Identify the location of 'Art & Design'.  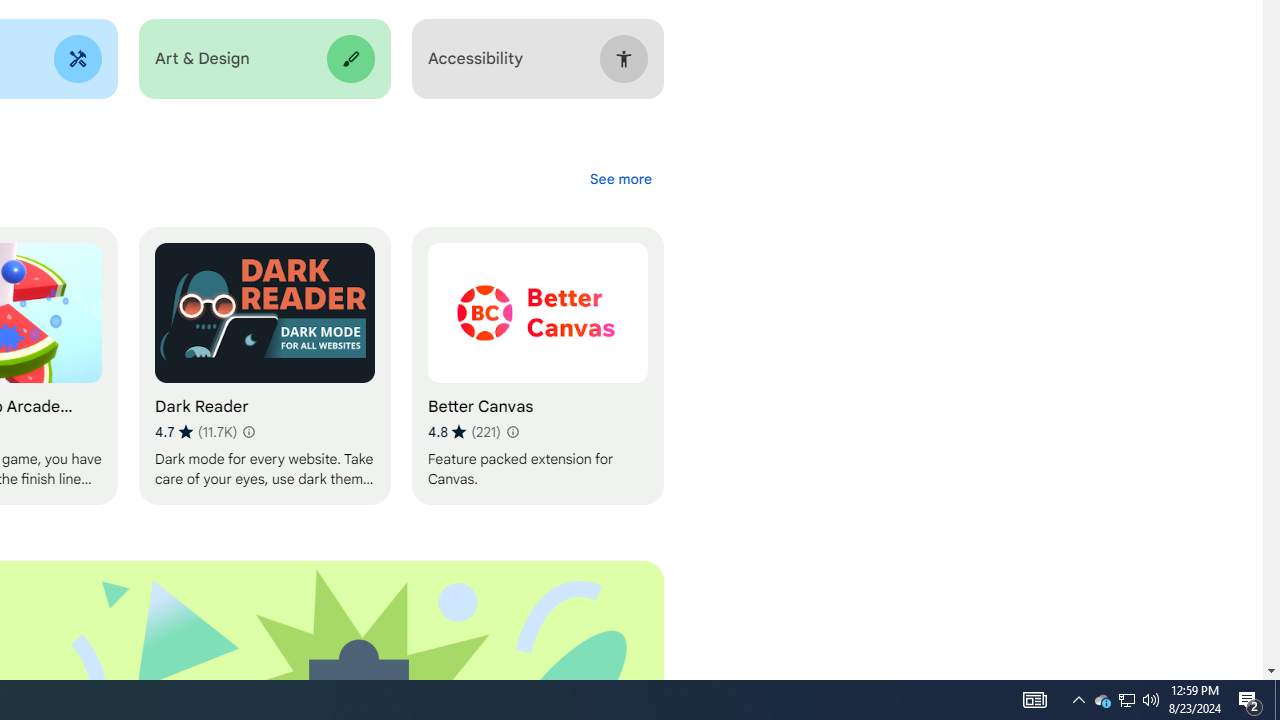
(263, 58).